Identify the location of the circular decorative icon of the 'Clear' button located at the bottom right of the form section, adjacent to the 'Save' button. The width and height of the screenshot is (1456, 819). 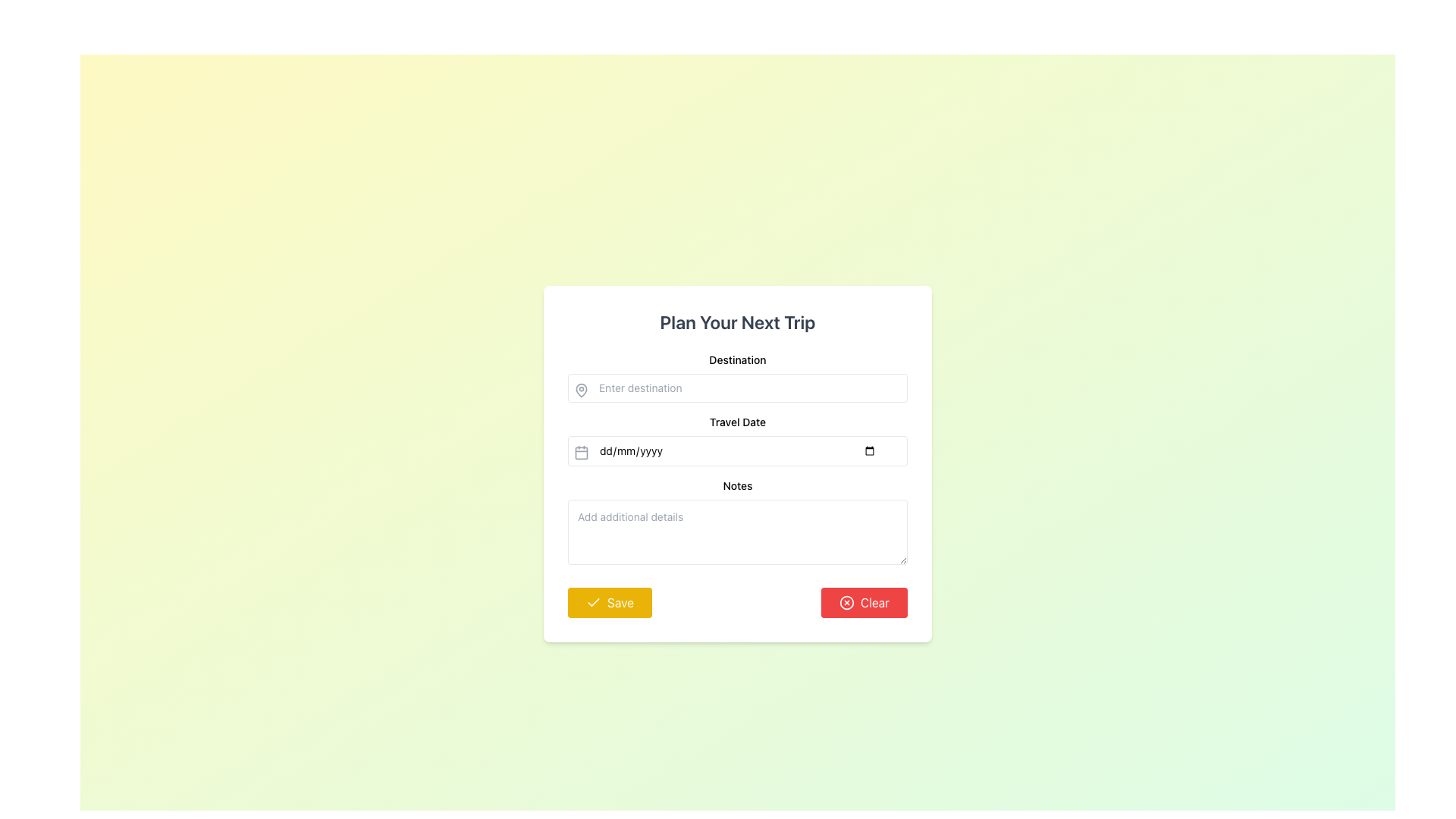
(846, 601).